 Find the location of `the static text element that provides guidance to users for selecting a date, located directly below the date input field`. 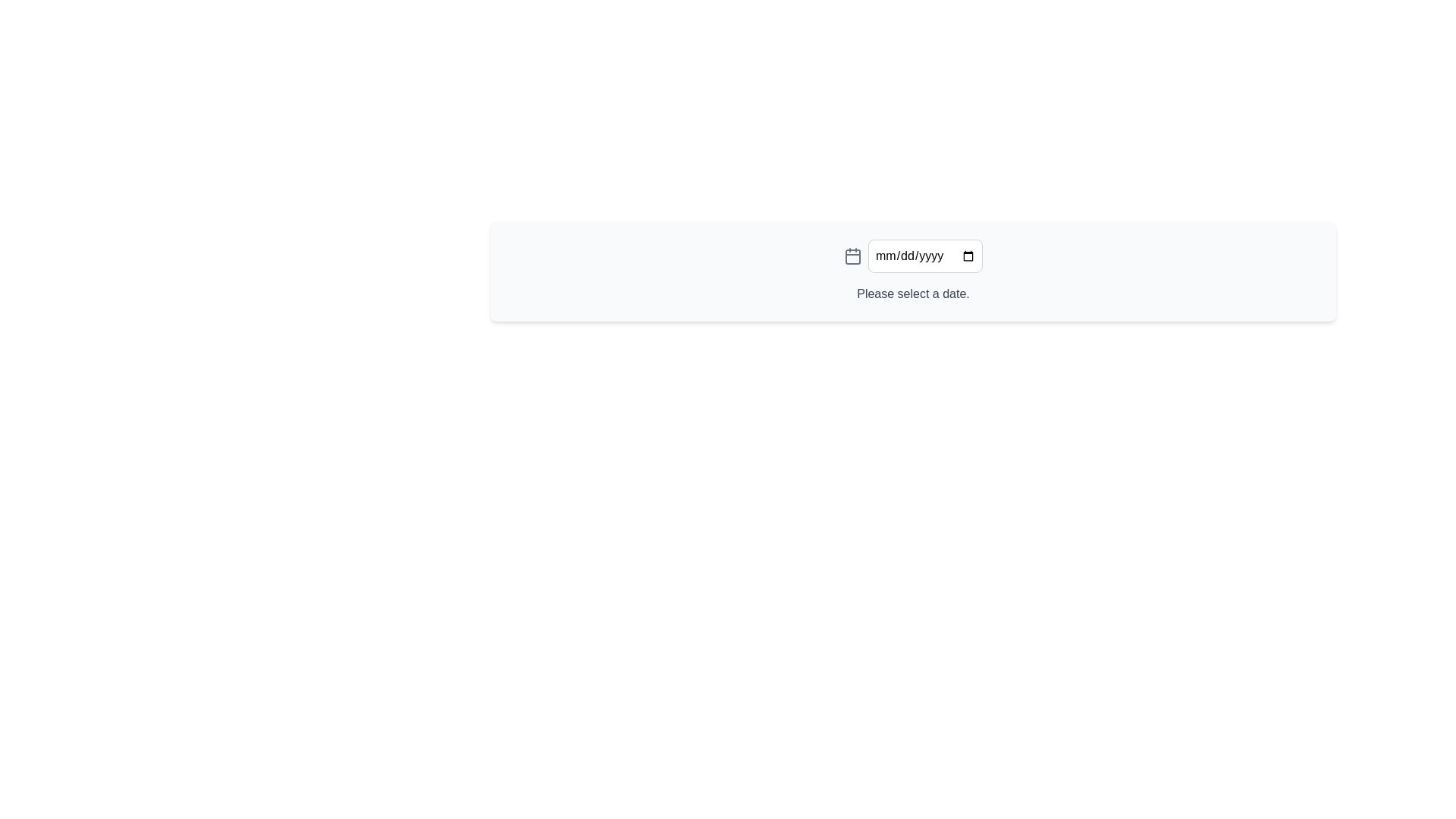

the static text element that provides guidance to users for selecting a date, located directly below the date input field is located at coordinates (912, 294).